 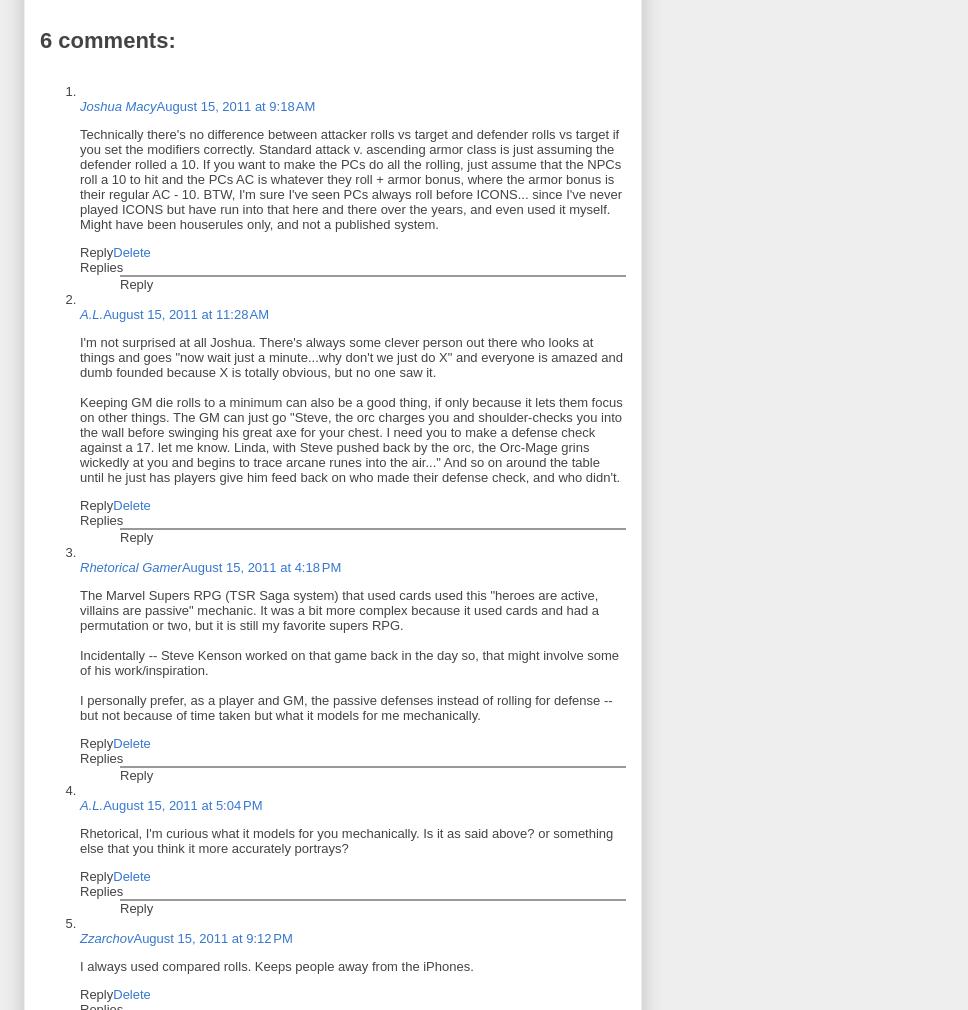 What do you see at coordinates (234, 104) in the screenshot?
I see `'August 15, 2011 at 9:18 AM'` at bounding box center [234, 104].